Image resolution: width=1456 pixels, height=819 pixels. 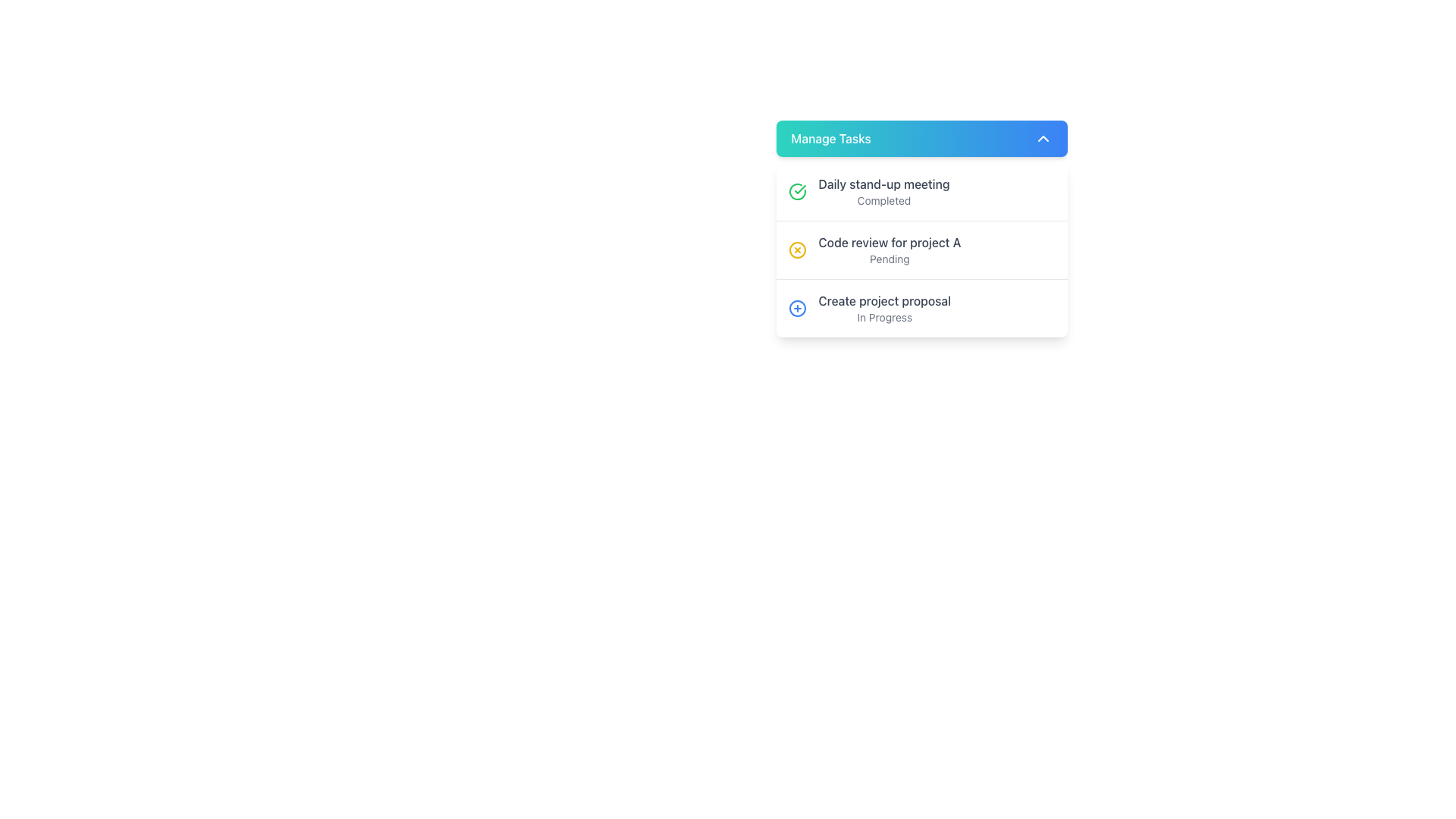 I want to click on the first Task Status Item under the 'Manage Tasks' heading, so click(x=921, y=191).